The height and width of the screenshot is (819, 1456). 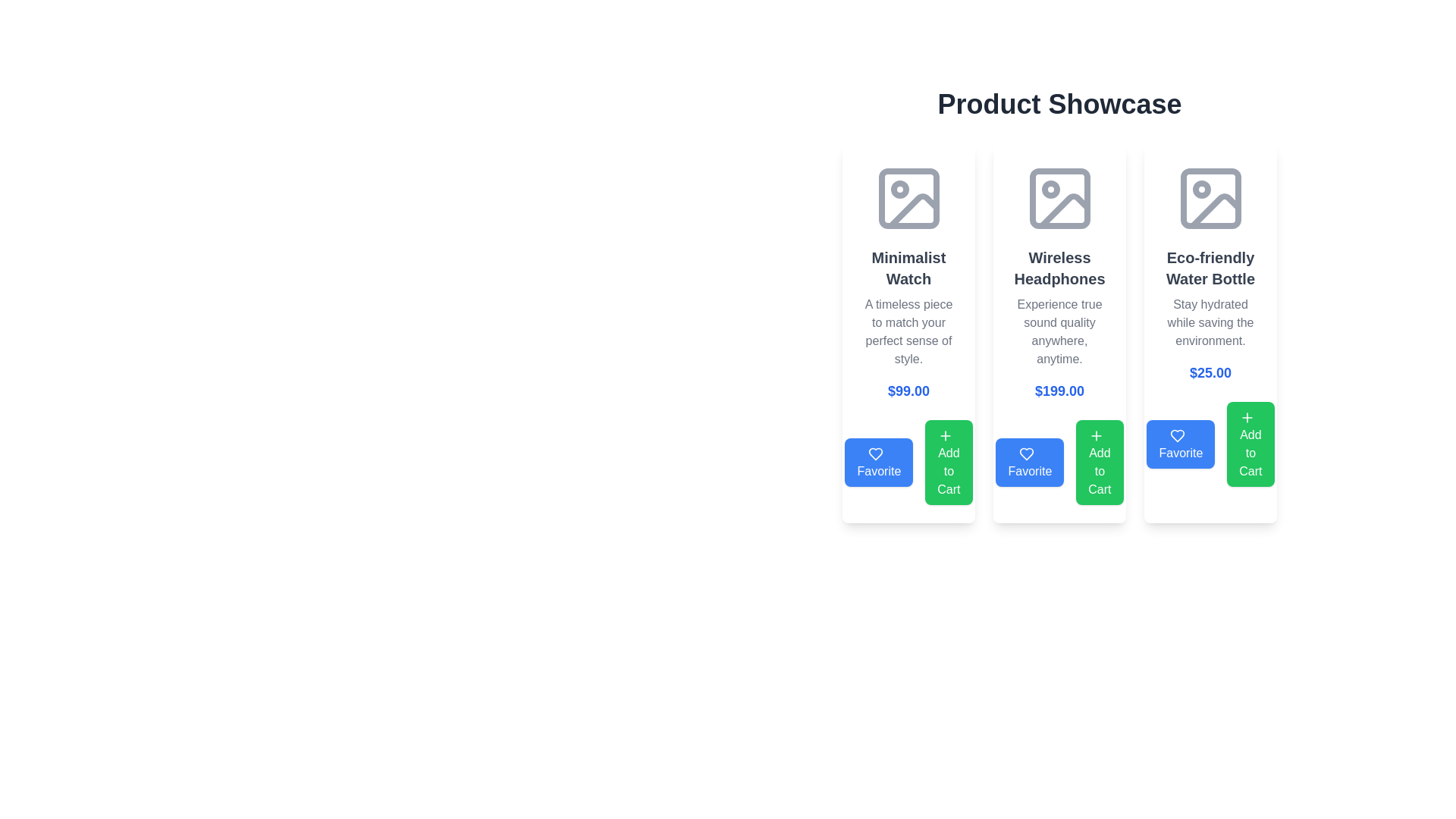 What do you see at coordinates (1059, 268) in the screenshot?
I see `the title text of the product showcased in the center of the second card, which is located below an icon placeholder and above descriptive text` at bounding box center [1059, 268].